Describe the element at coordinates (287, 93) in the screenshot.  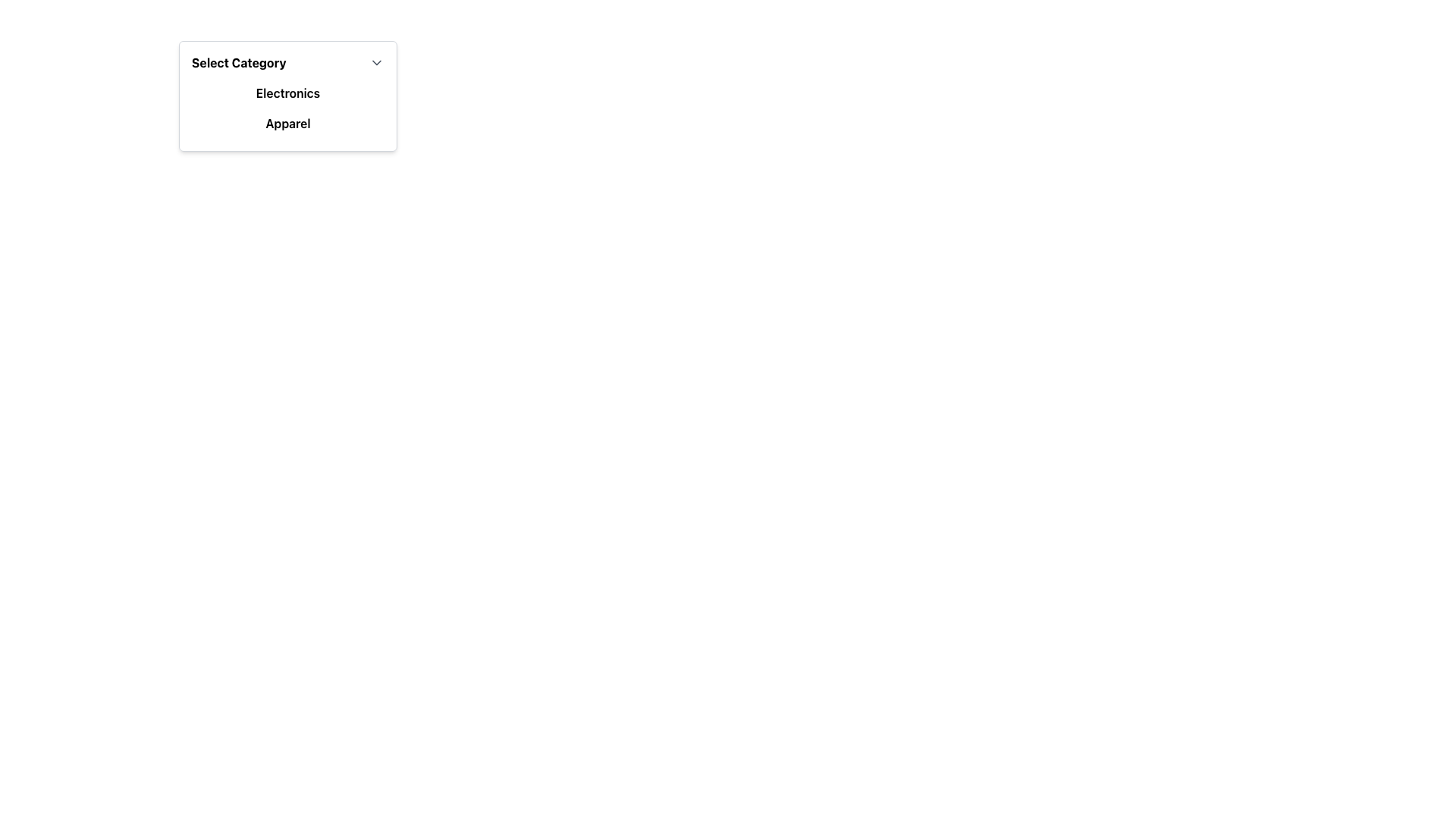
I see `the 'Electronics' text label option in the dropdown menu` at that location.